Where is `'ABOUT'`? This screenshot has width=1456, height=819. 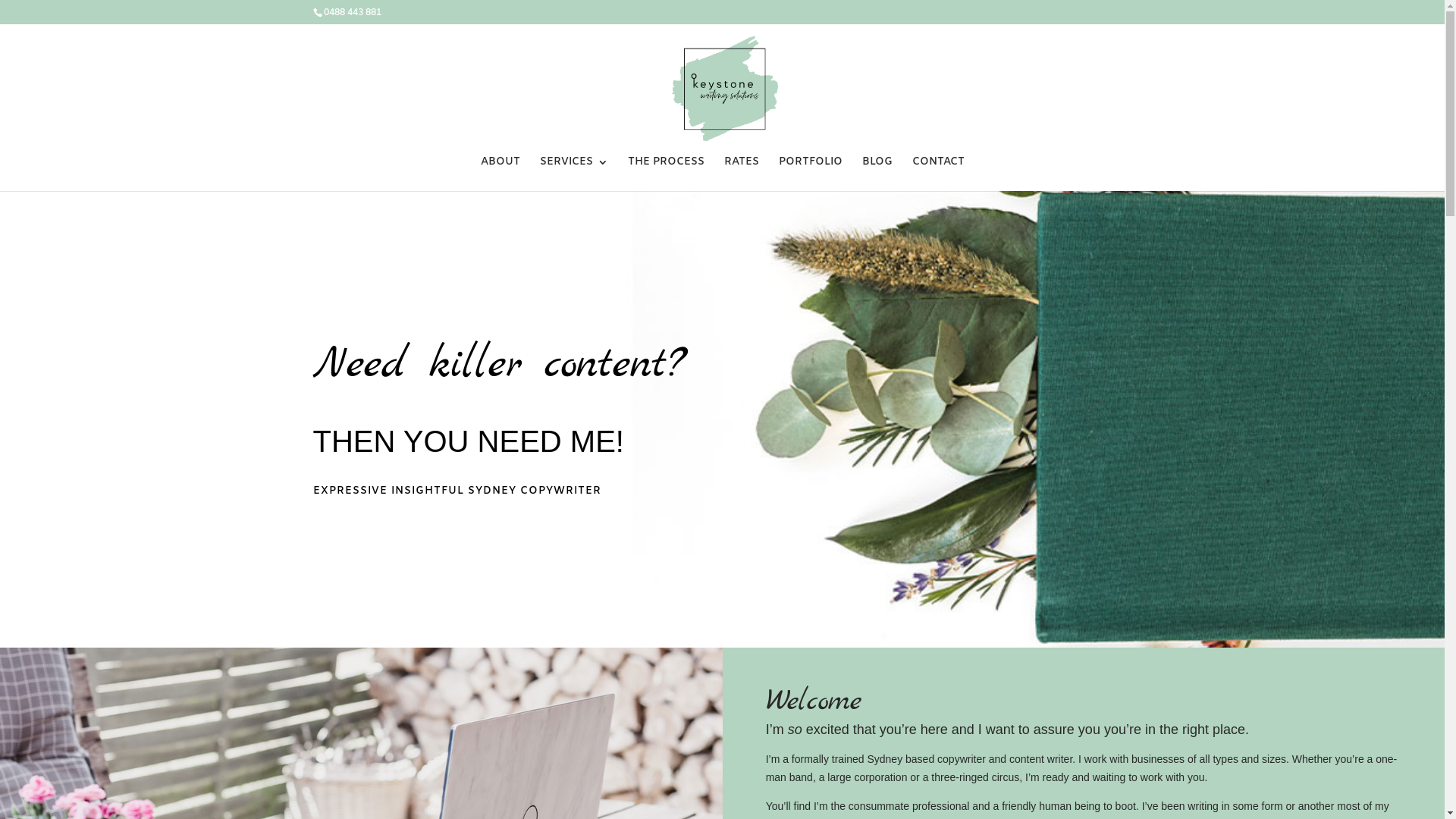
'ABOUT' is located at coordinates (479, 173).